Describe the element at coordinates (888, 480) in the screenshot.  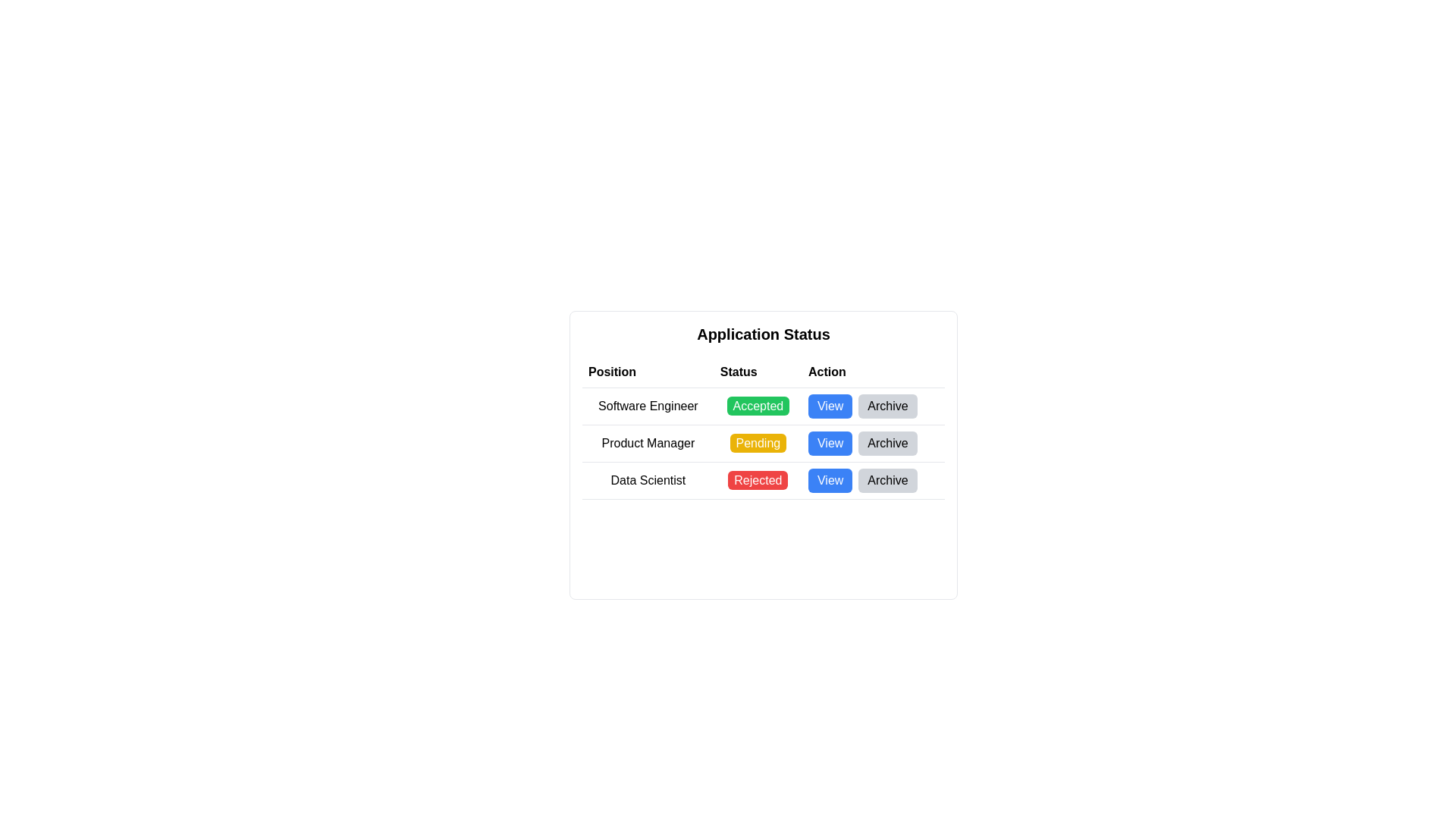
I see `the 'Archive' button, which has a light gray background and black text, located in the 'Action' column for the 'Data Scientist' position in the application status table` at that location.